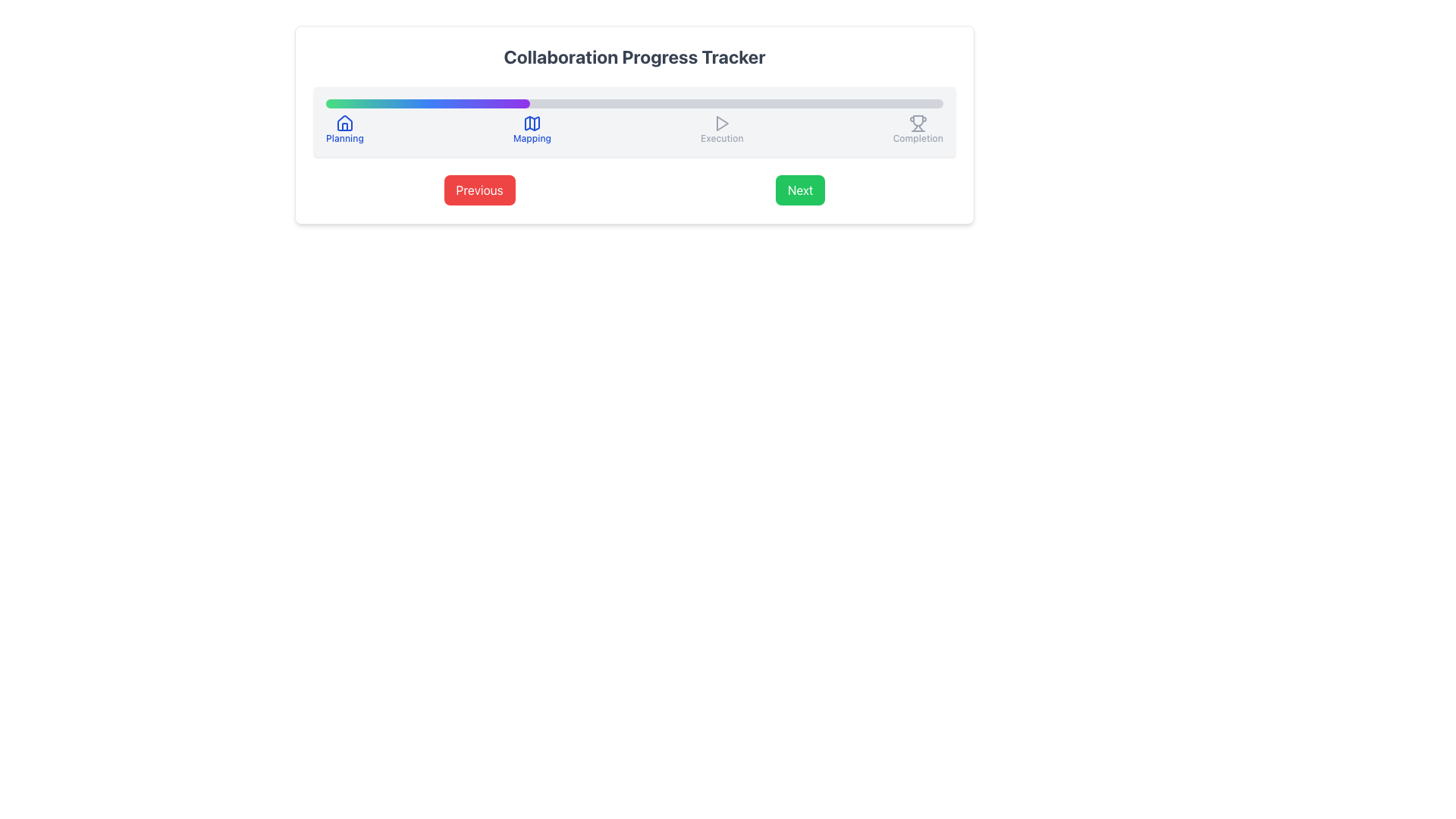 Image resolution: width=1456 pixels, height=819 pixels. What do you see at coordinates (722, 122) in the screenshot?
I see `the central portion of the play button icon in the 'Execution' step of the progress tracker, indicating its interactive nature` at bounding box center [722, 122].